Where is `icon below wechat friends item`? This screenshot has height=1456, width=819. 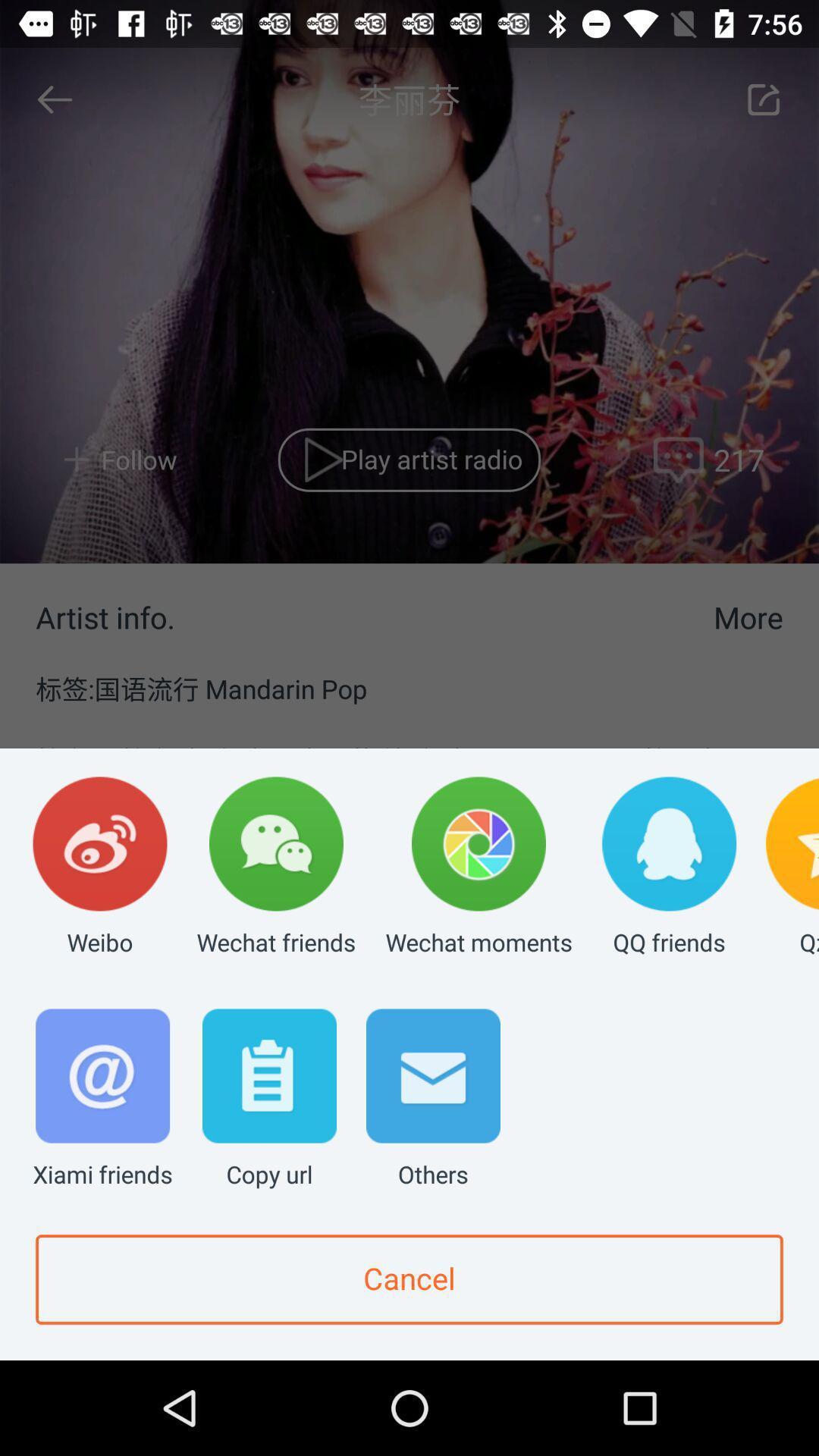
icon below wechat friends item is located at coordinates (268, 1100).